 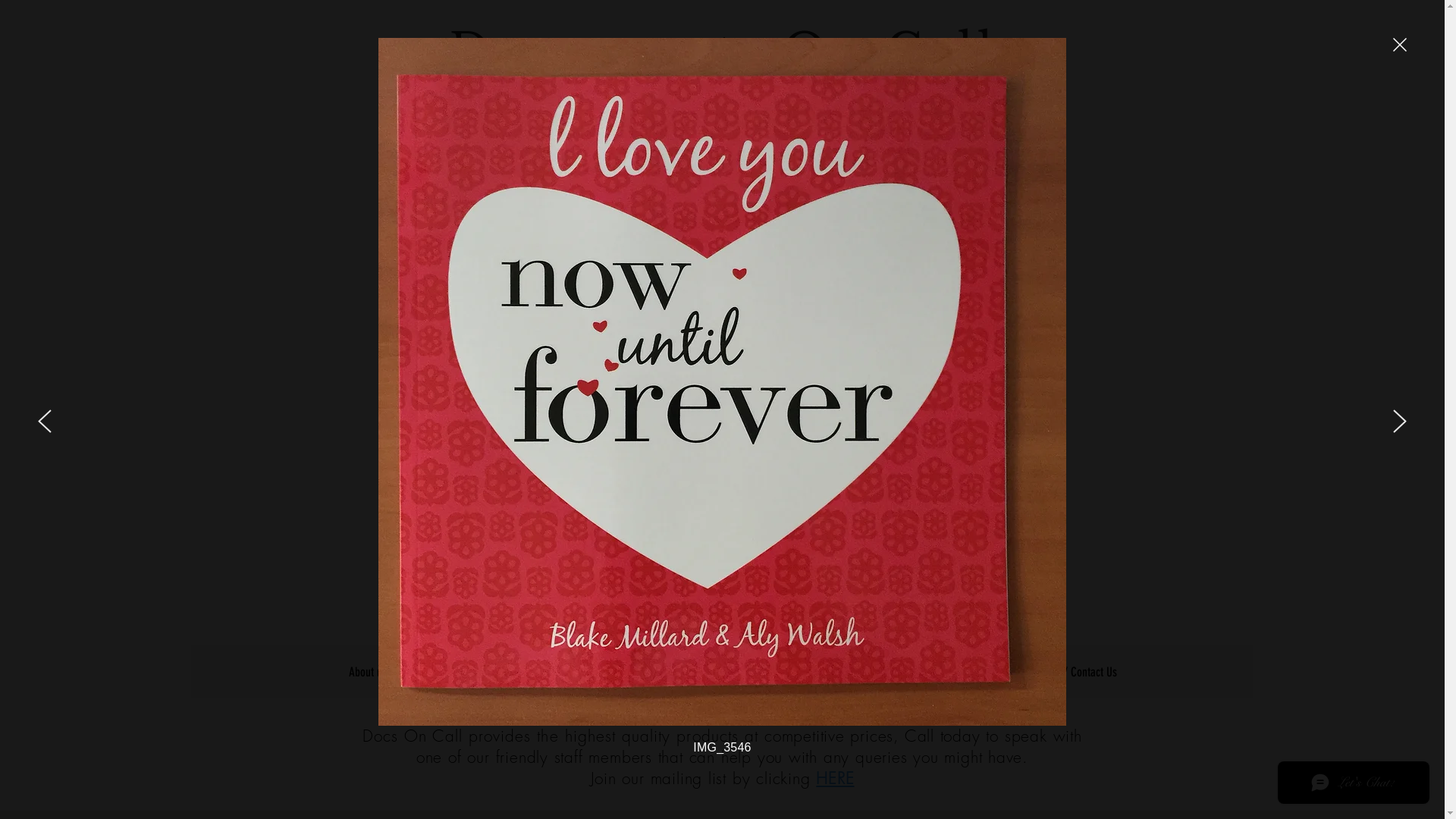 I want to click on 'About us', so click(x=190, y=670).